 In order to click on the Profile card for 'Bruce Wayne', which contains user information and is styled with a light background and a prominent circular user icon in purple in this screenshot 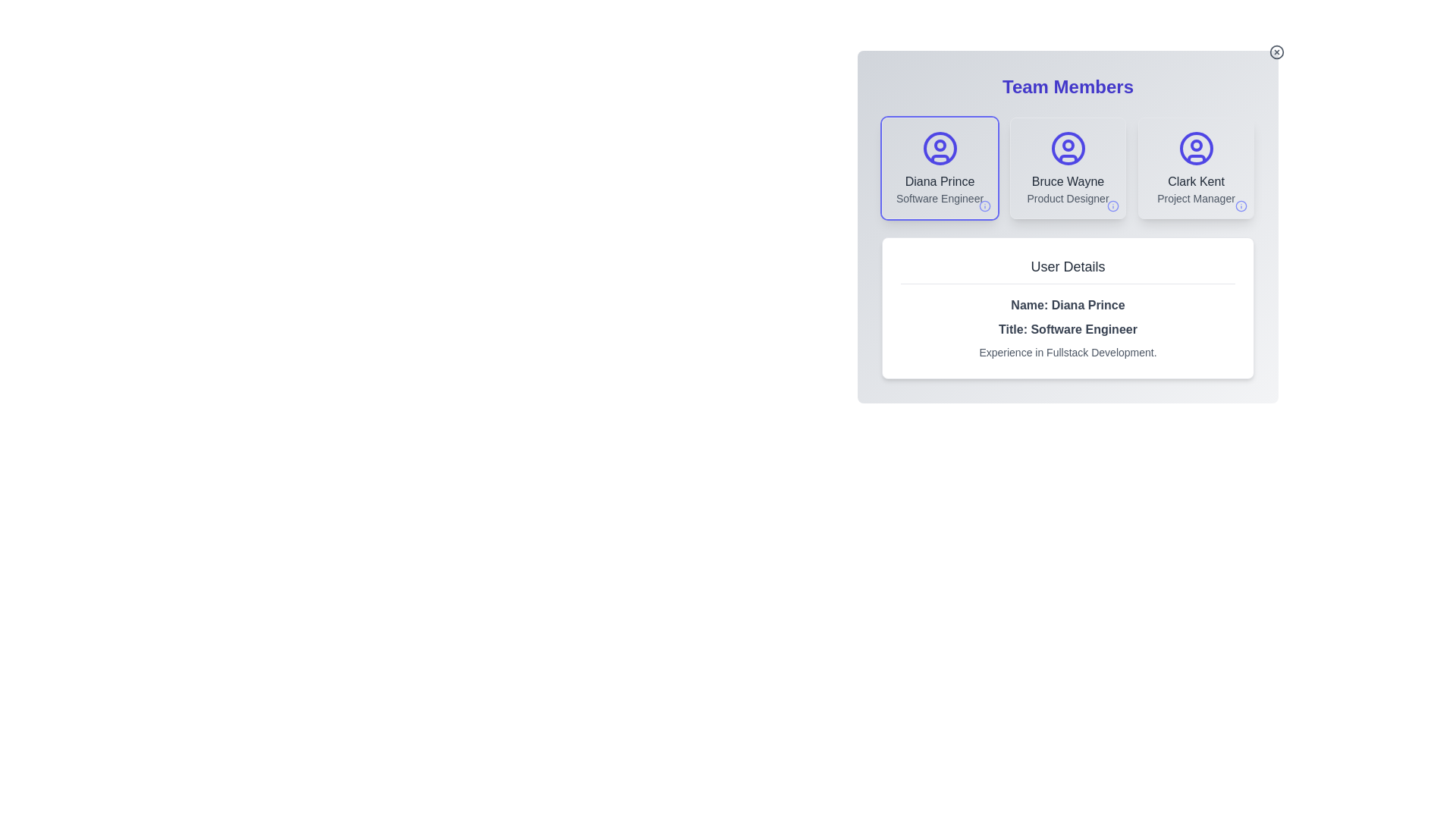, I will do `click(1067, 168)`.